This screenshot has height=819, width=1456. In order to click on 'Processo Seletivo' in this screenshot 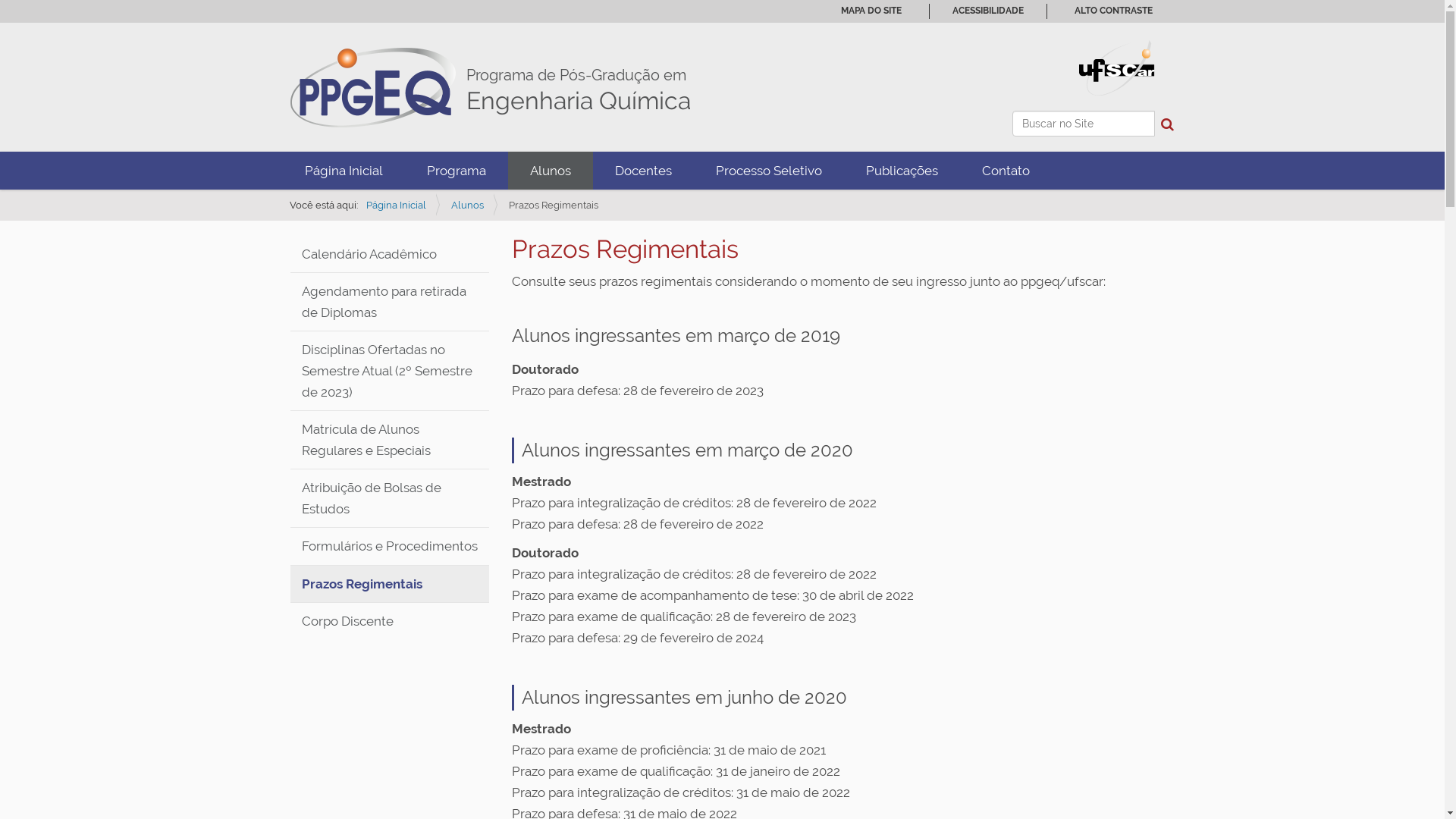, I will do `click(692, 170)`.